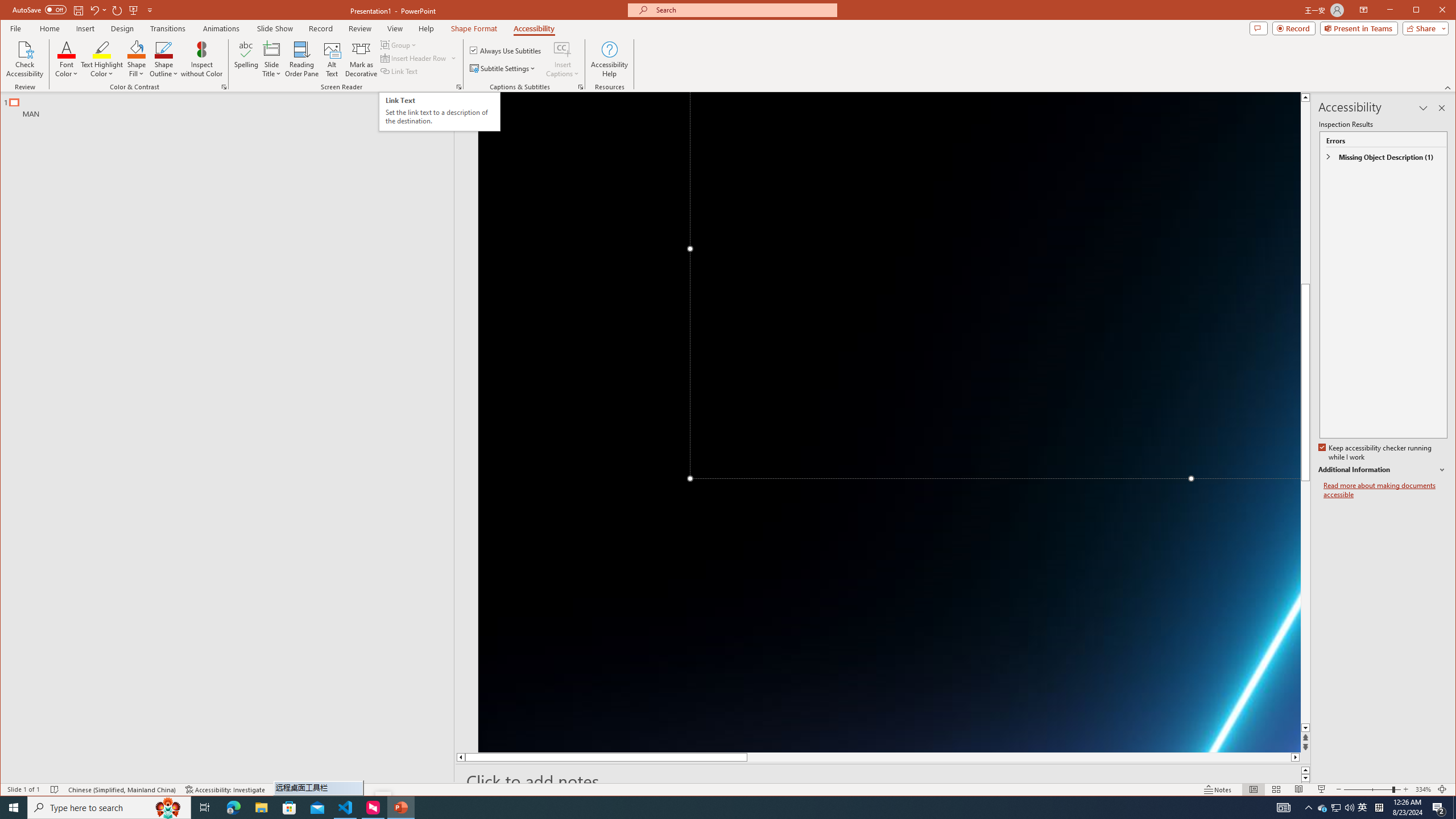 The height and width of the screenshot is (819, 1456). What do you see at coordinates (102, 48) in the screenshot?
I see `'Text Highlight Color No Color'` at bounding box center [102, 48].